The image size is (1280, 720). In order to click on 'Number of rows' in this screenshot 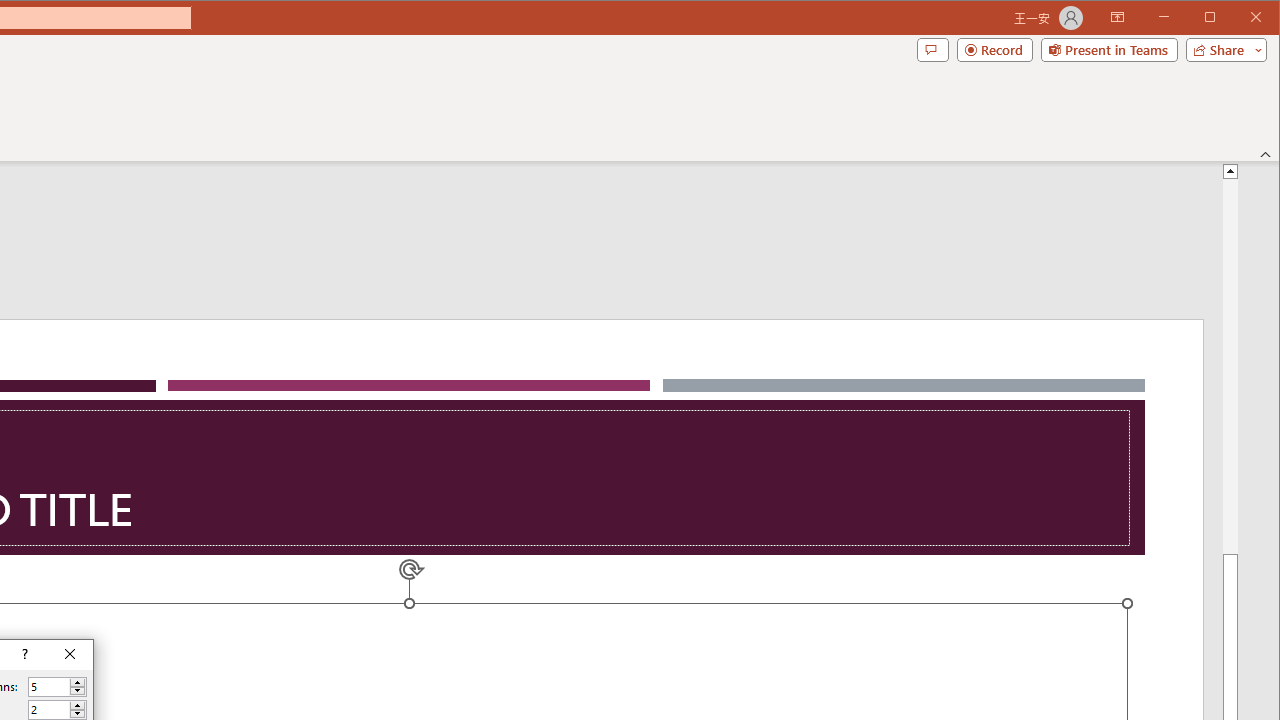, I will do `click(49, 709)`.